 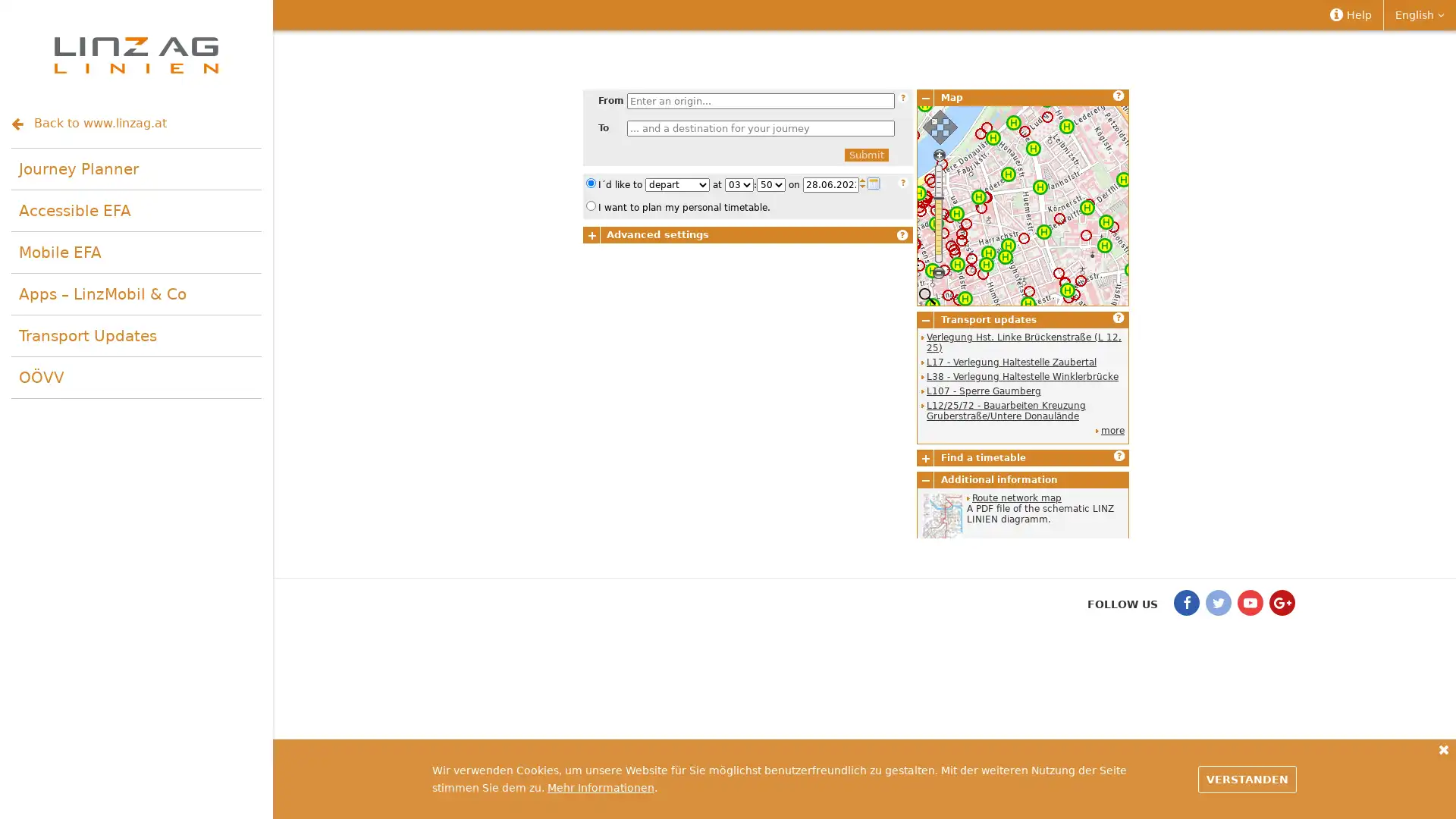 I want to click on COOKIE RICHTLINIEN SCHLIESSEN, so click(x=1443, y=748).